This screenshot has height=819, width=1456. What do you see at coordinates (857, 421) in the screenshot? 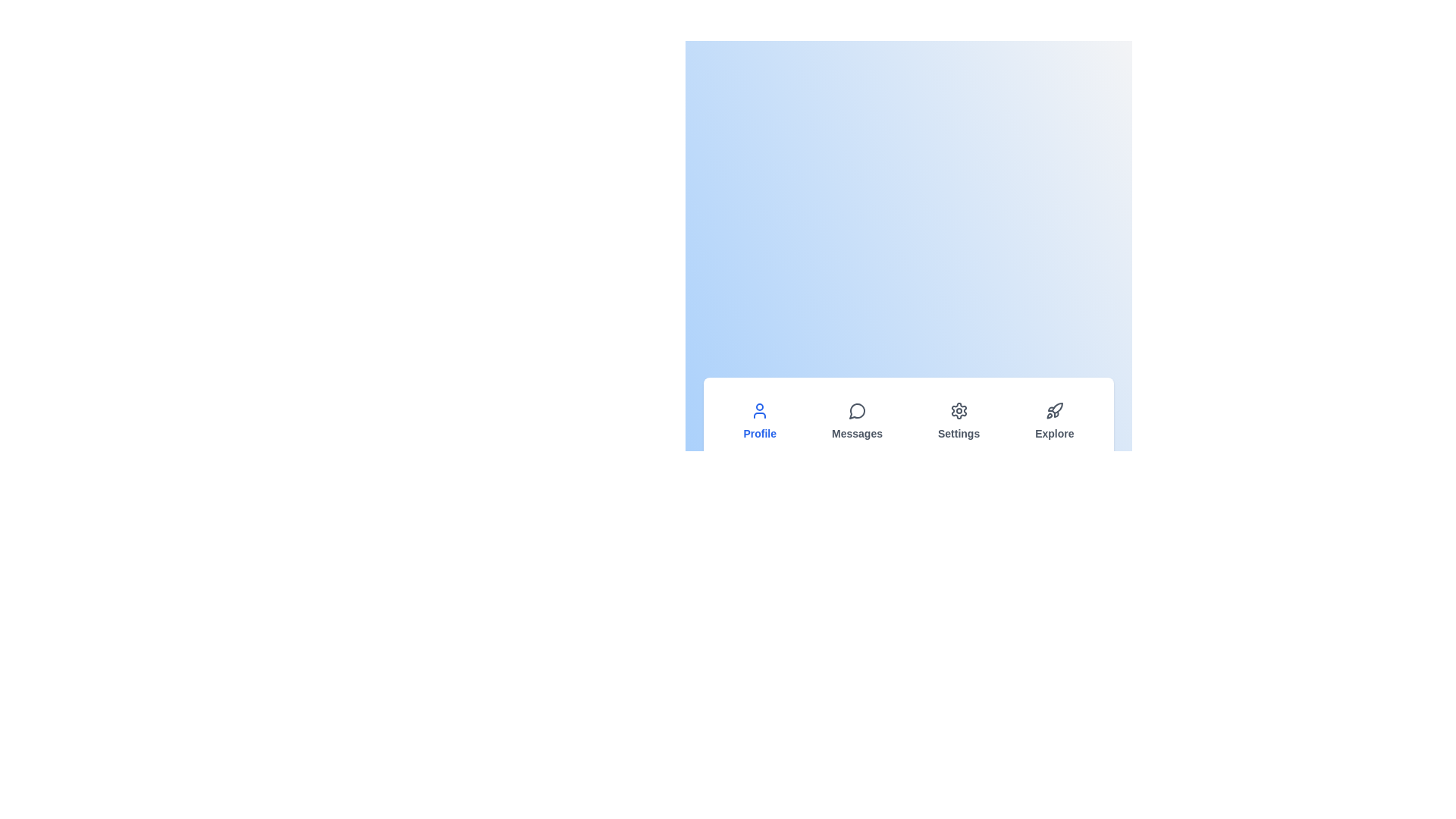
I see `the tab labeled Messages` at bounding box center [857, 421].